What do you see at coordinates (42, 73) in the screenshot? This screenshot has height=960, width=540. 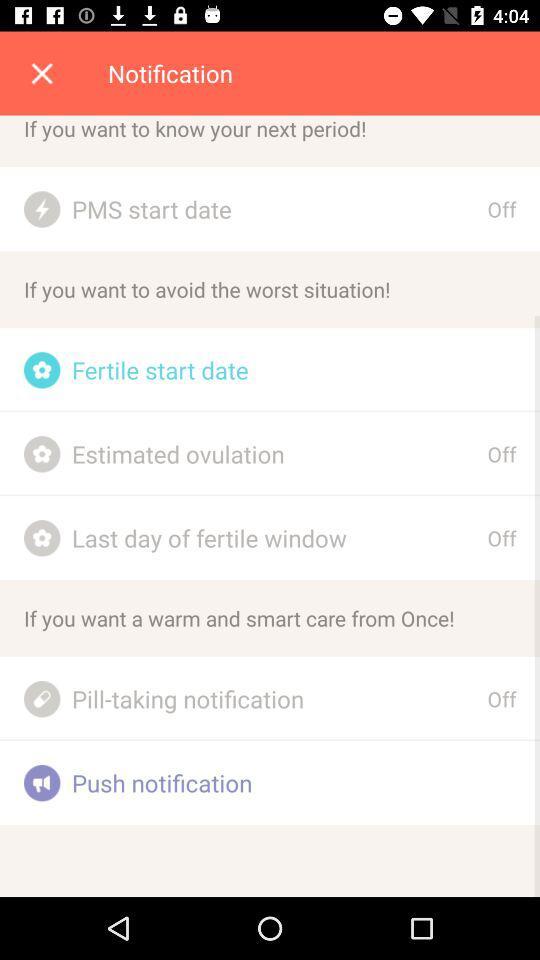 I see `the close icon` at bounding box center [42, 73].